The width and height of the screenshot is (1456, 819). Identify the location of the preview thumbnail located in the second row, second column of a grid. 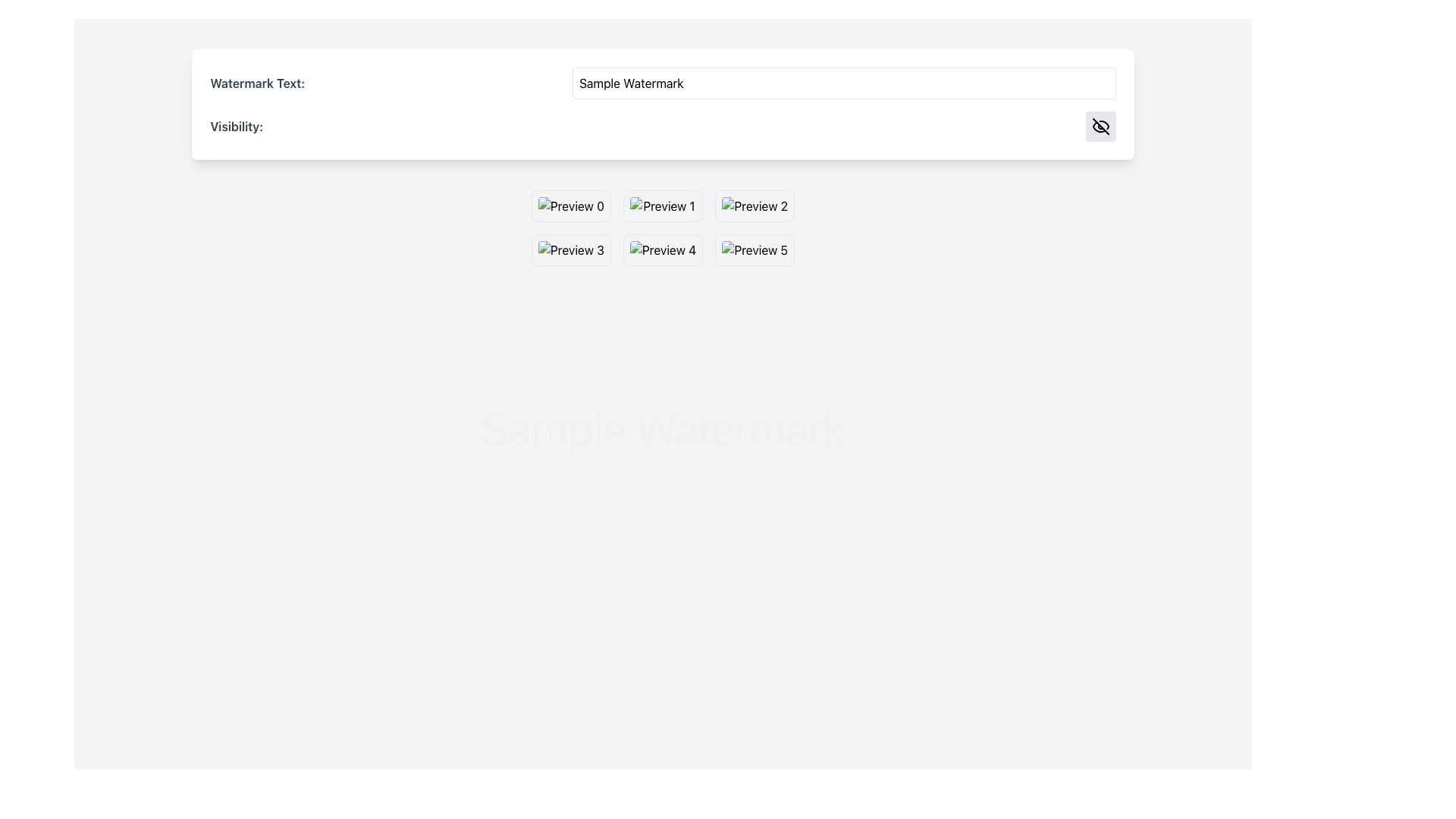
(663, 249).